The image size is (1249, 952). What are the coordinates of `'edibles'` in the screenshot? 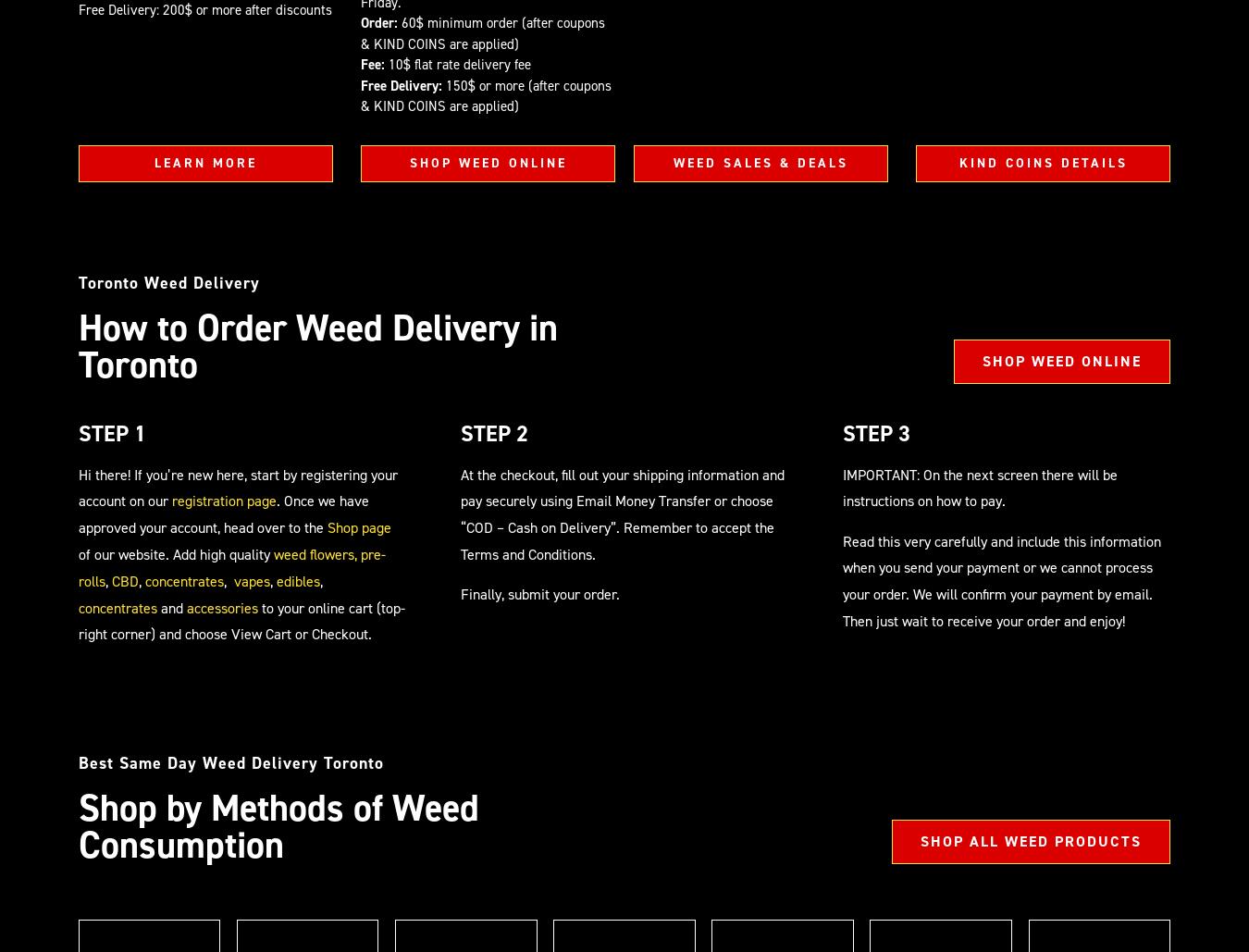 It's located at (297, 580).